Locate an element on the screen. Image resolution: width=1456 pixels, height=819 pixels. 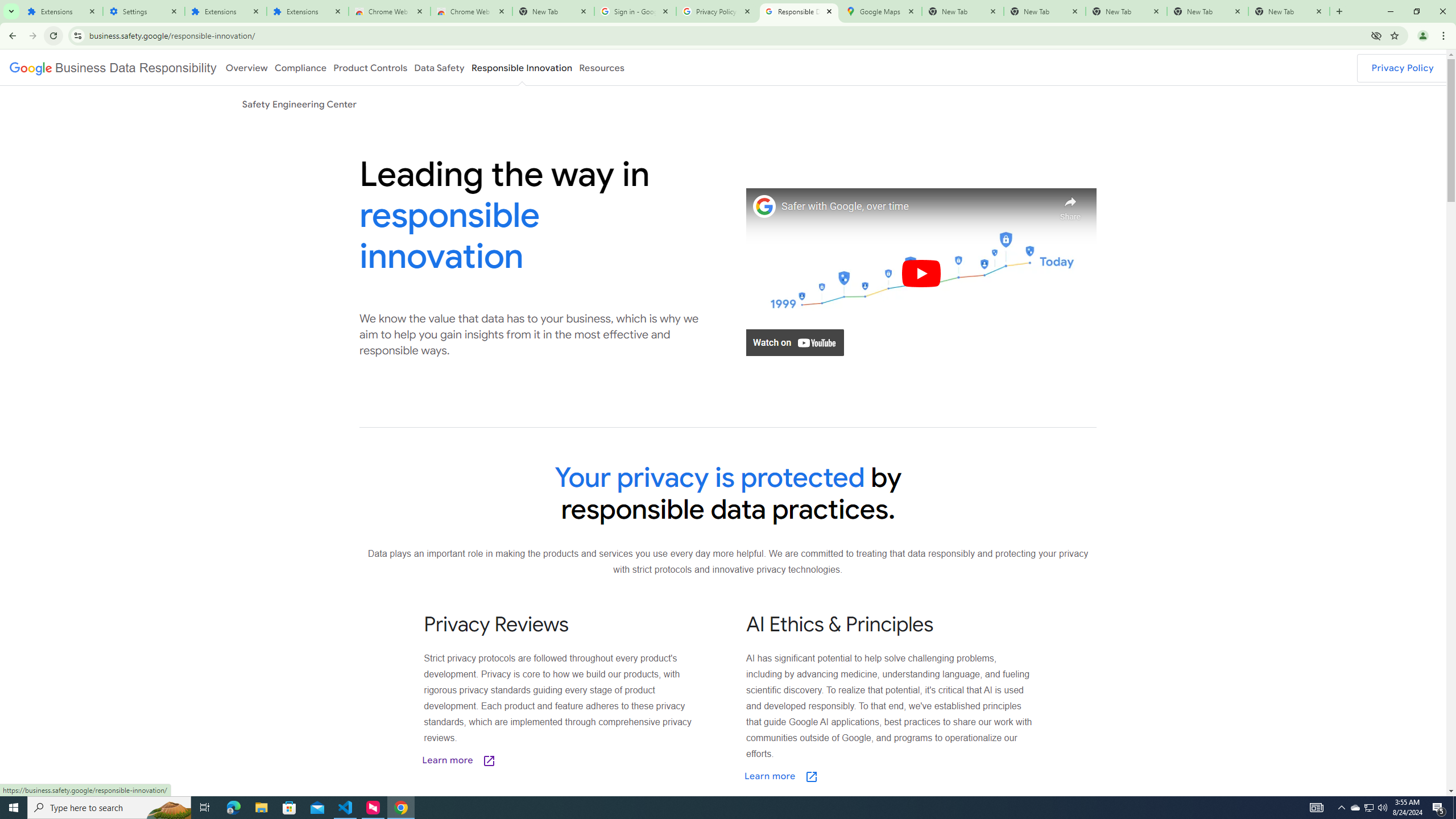
'Sign in - Google Accounts' is located at coordinates (635, 11).